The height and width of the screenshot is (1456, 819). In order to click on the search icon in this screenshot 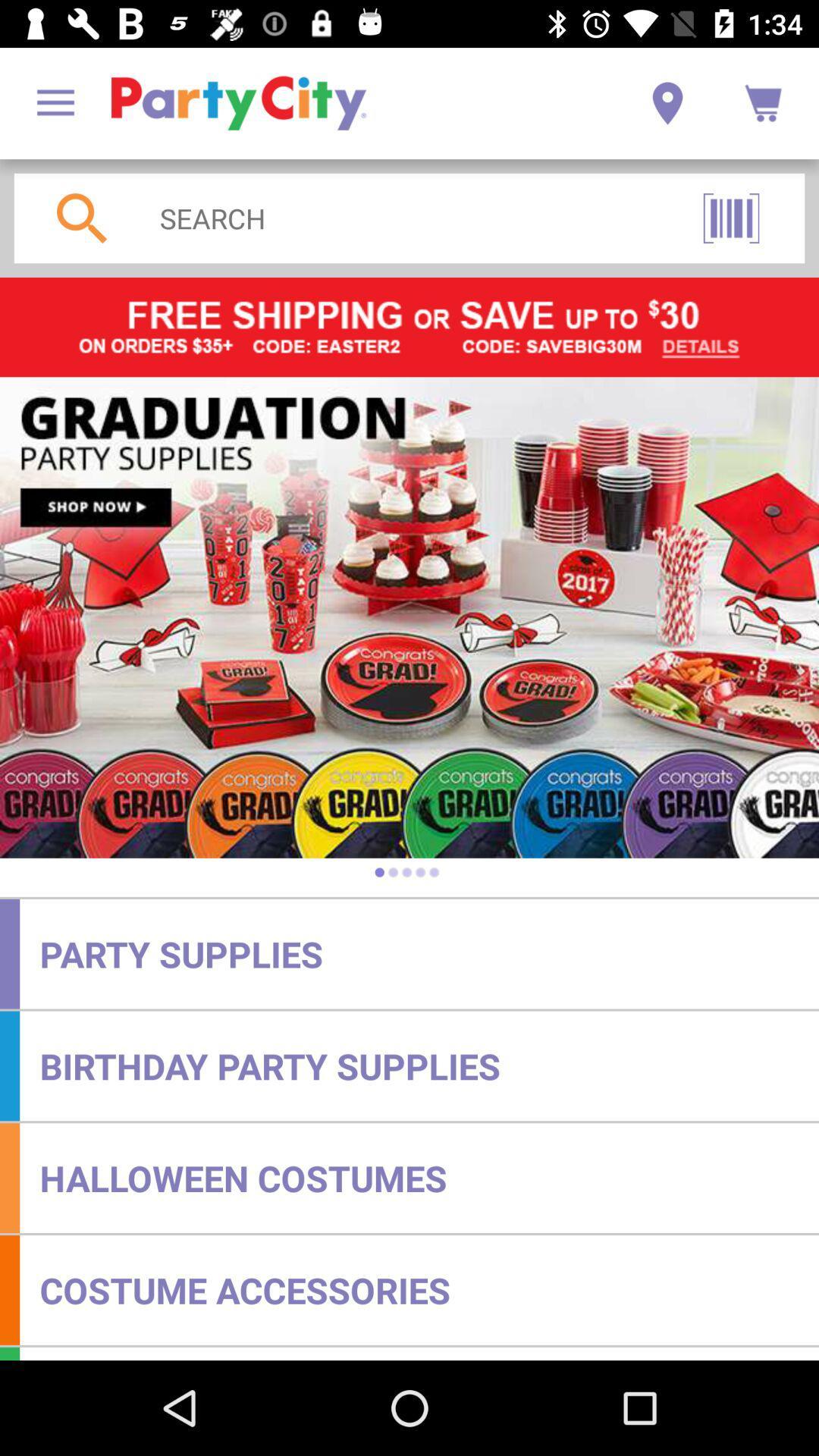, I will do `click(82, 218)`.